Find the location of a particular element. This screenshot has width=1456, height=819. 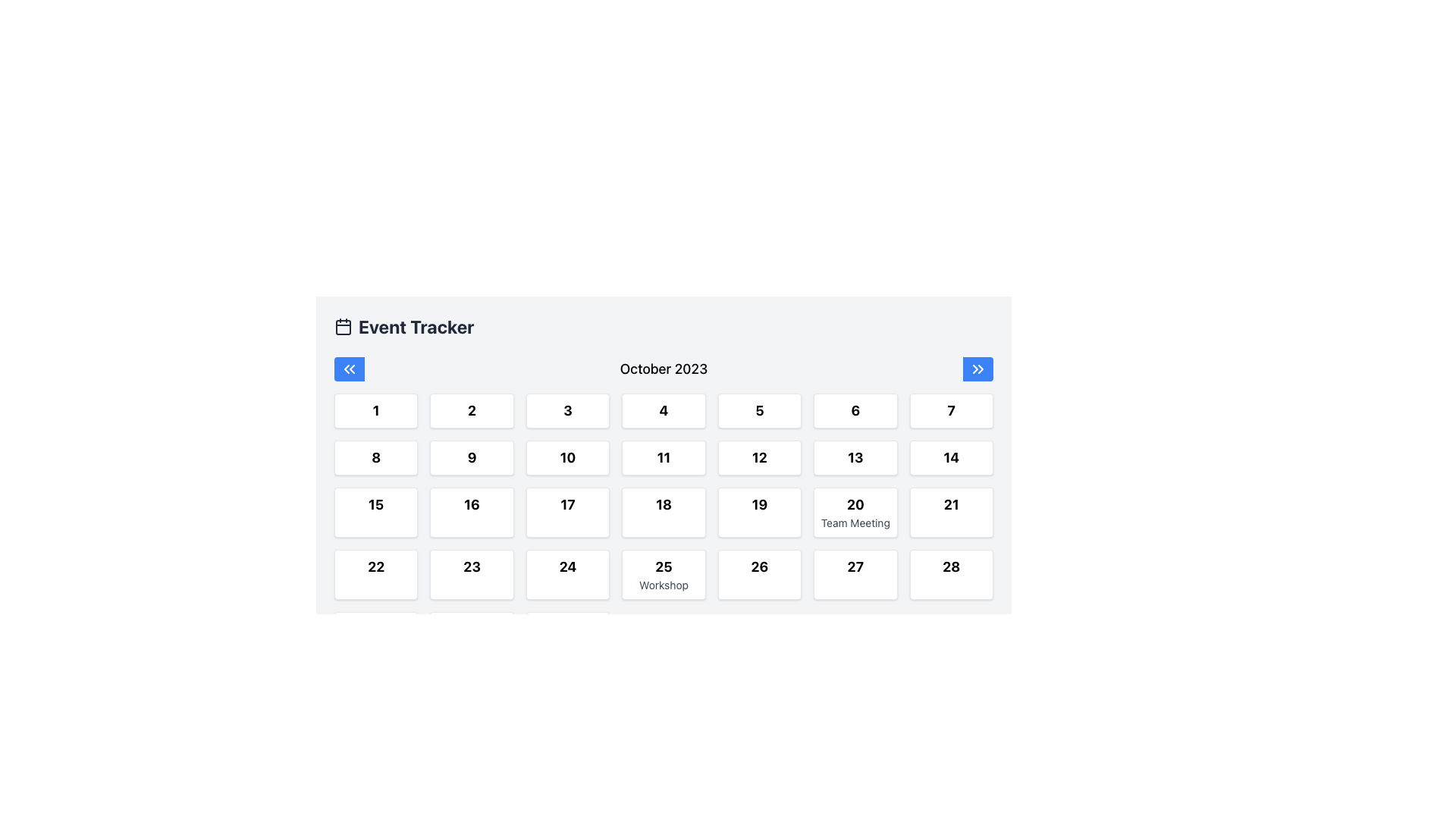

prominently displayed text label showing the number '20' which is located above a smaller text label reading 'Team Meeting' in the calendar interface for October 2023 is located at coordinates (855, 505).